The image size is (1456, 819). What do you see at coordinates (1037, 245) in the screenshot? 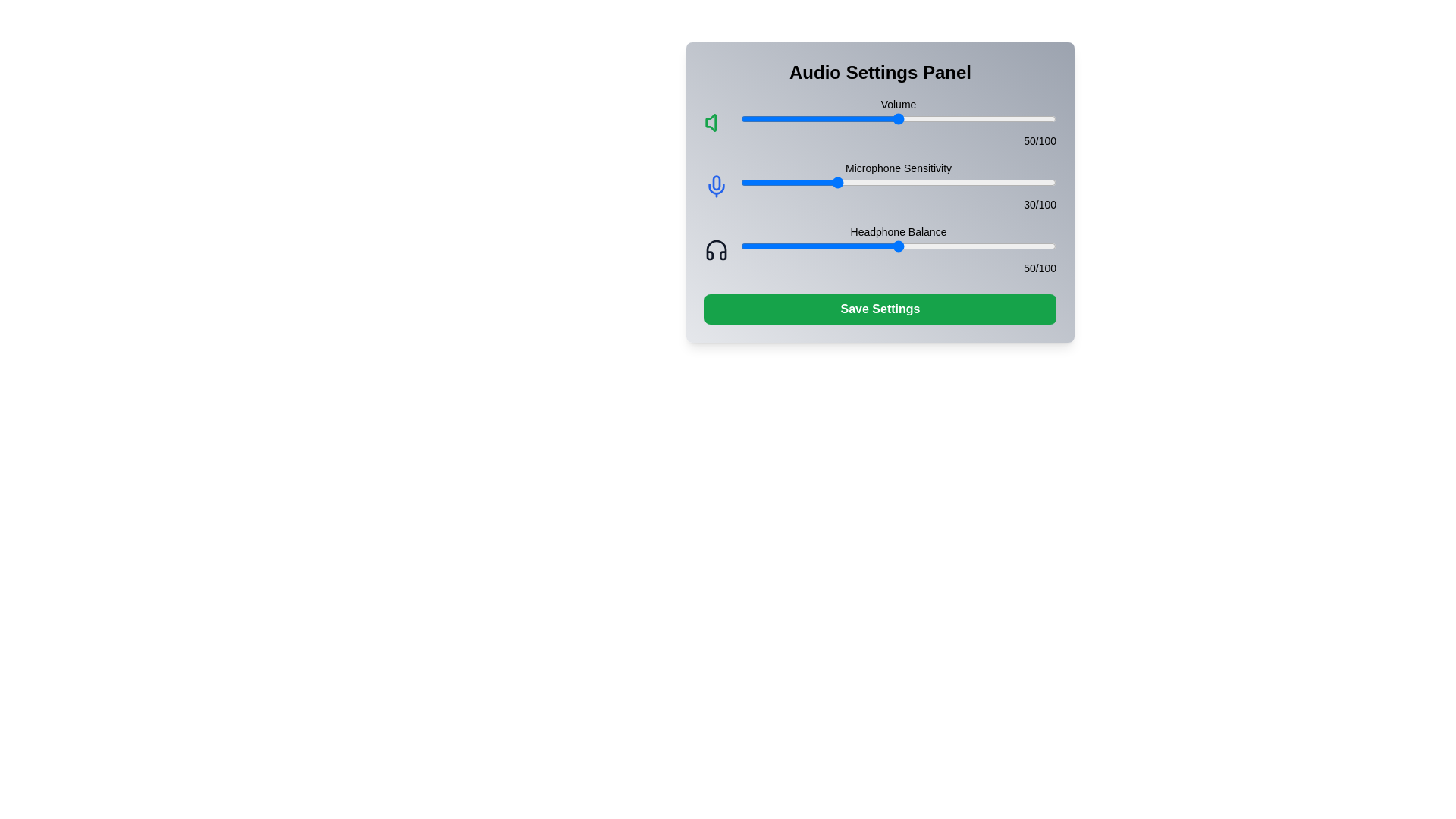
I see `the headphone balance` at bounding box center [1037, 245].